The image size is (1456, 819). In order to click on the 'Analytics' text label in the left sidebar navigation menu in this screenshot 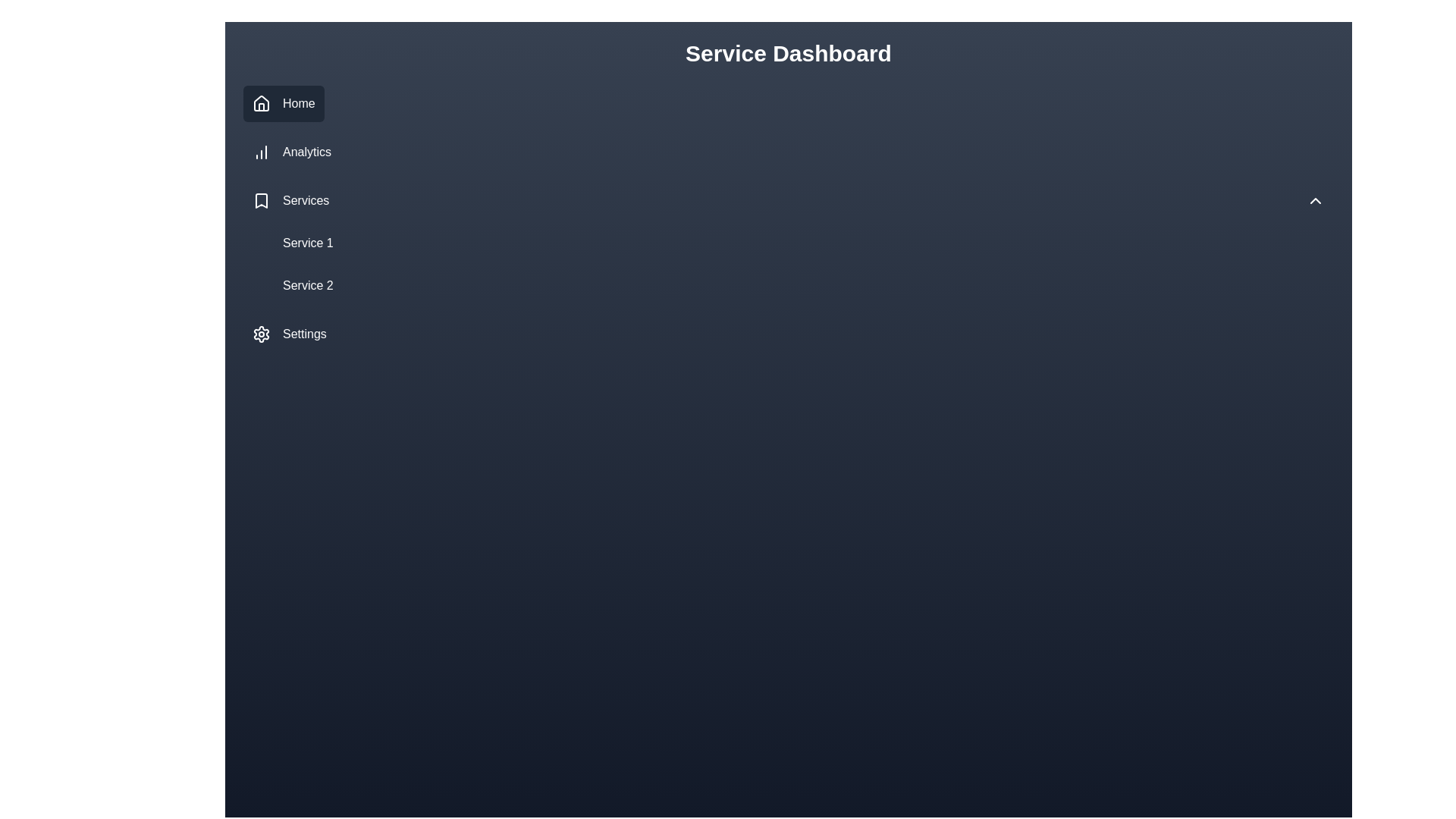, I will do `click(306, 152)`.